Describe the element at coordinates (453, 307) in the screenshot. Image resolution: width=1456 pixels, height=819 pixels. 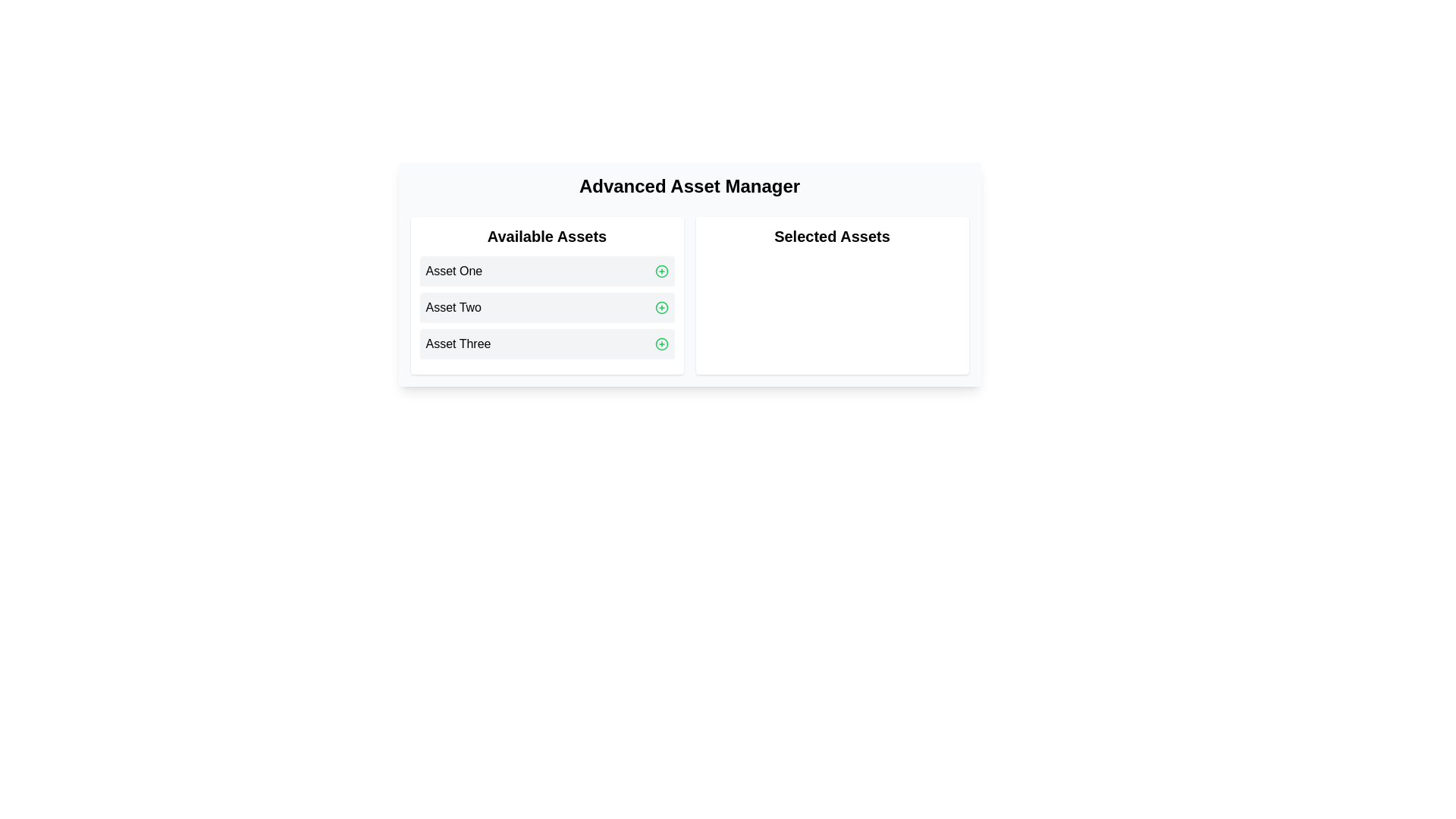
I see `the text label reading 'Asset Two' located in the 'Available Assets' column` at that location.